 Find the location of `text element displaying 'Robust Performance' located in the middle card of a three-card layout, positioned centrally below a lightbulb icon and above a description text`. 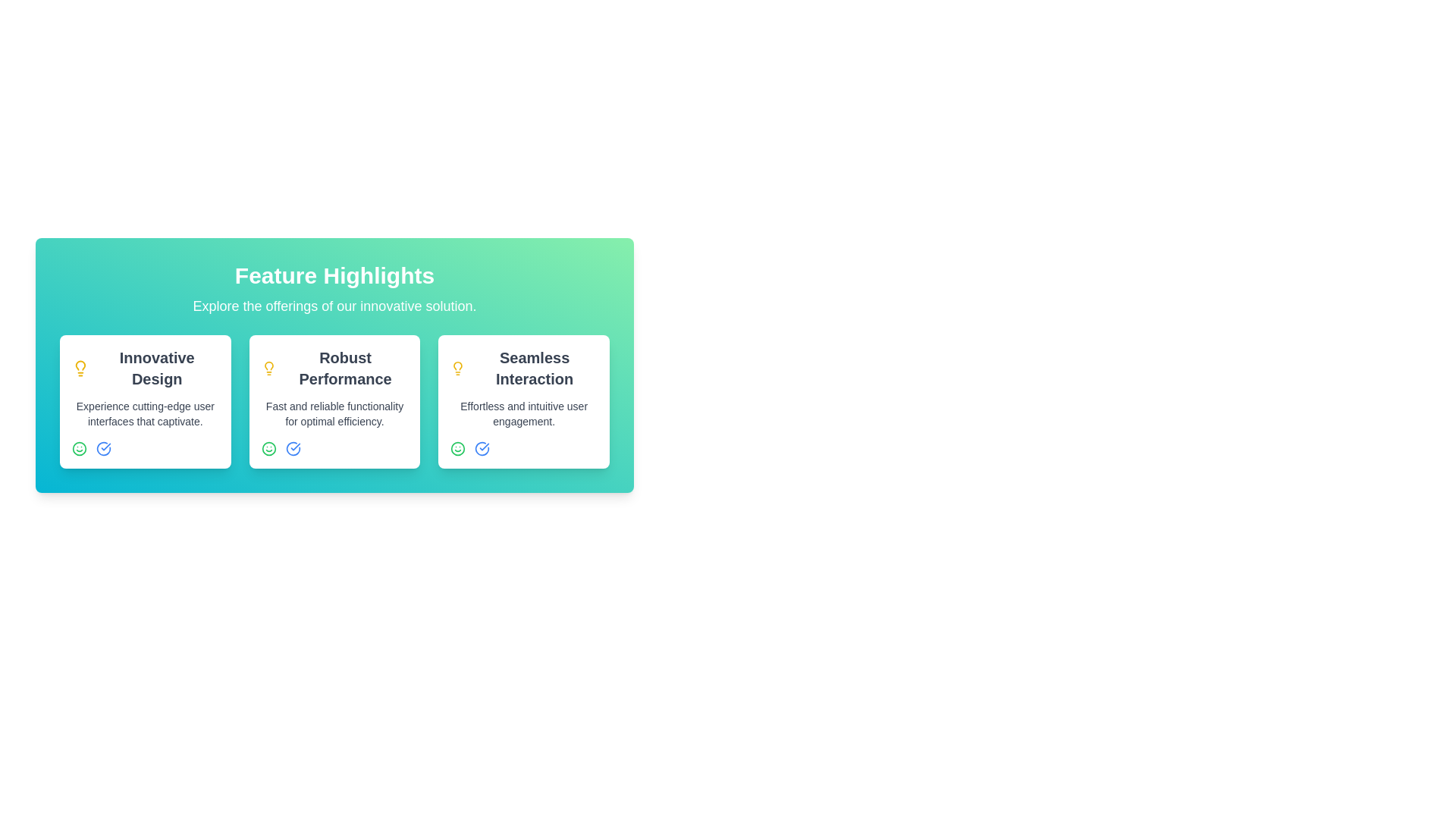

text element displaying 'Robust Performance' located in the middle card of a three-card layout, positioned centrally below a lightbulb icon and above a description text is located at coordinates (344, 369).